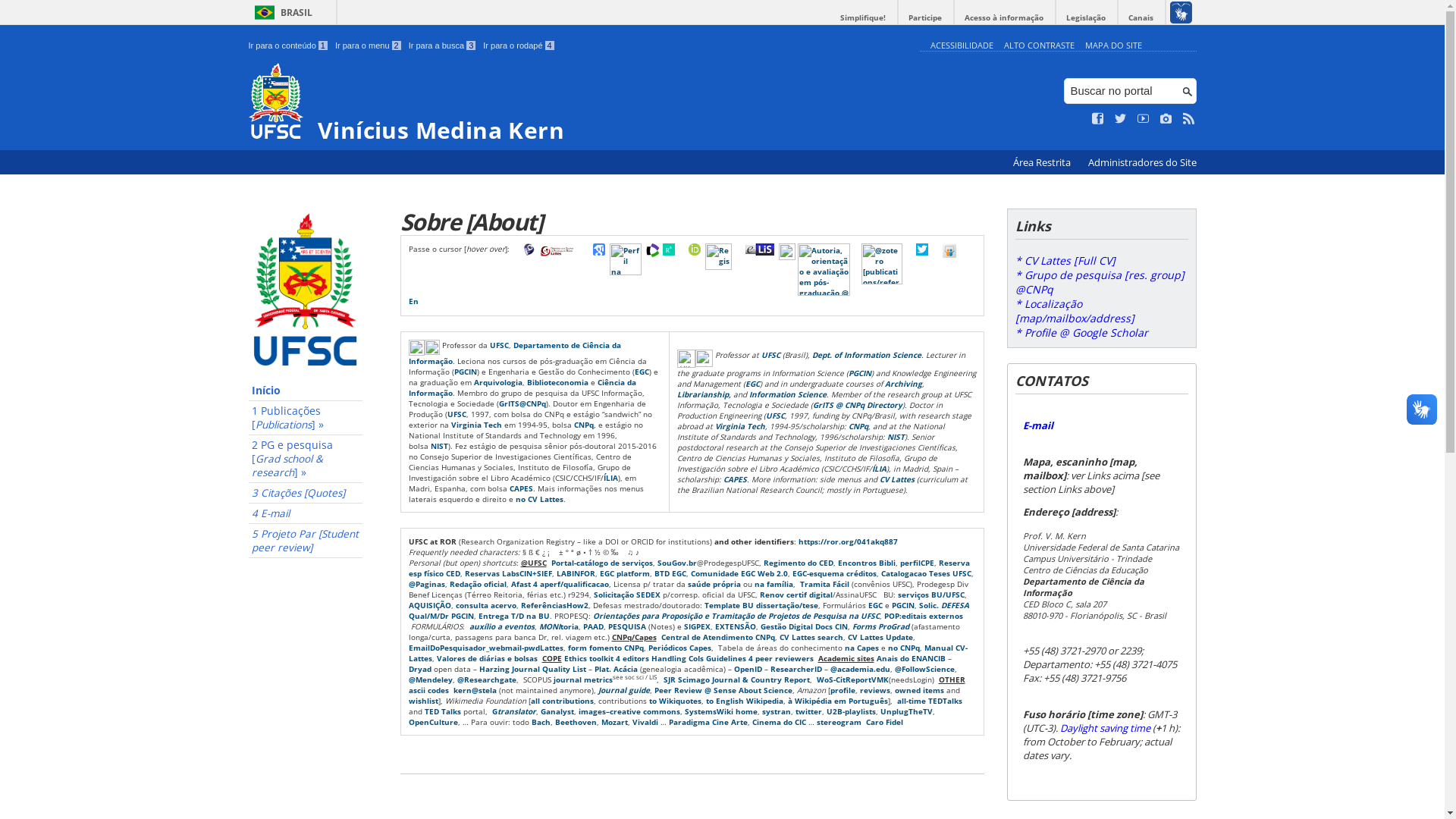 The image size is (1456, 819). Describe the element at coordinates (499, 345) in the screenshot. I see `'UFSC'` at that location.